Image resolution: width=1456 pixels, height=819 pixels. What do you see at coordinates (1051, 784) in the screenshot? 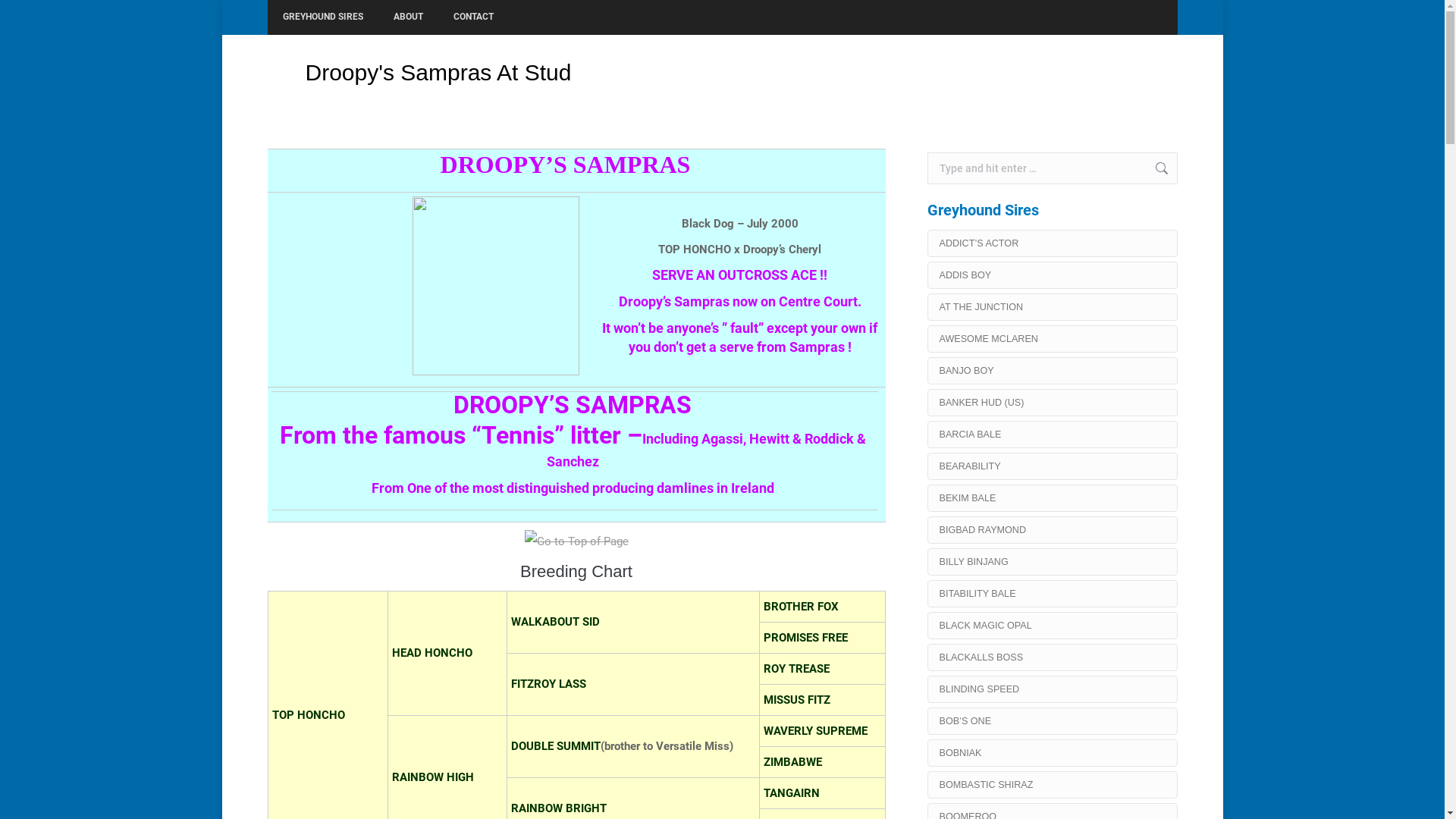
I see `'BOMBASTIC SHIRAZ'` at bounding box center [1051, 784].